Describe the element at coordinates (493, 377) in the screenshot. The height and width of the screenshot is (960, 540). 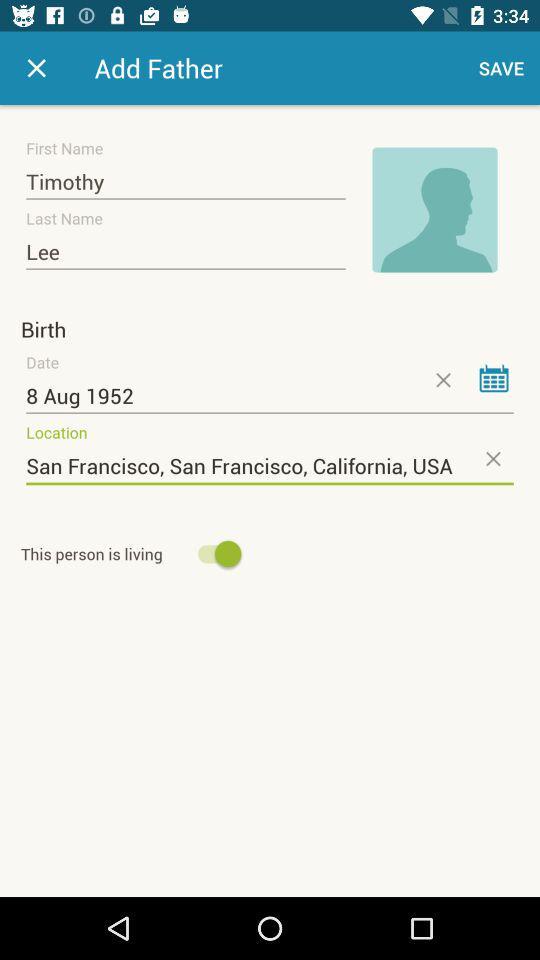
I see `change date calendar` at that location.